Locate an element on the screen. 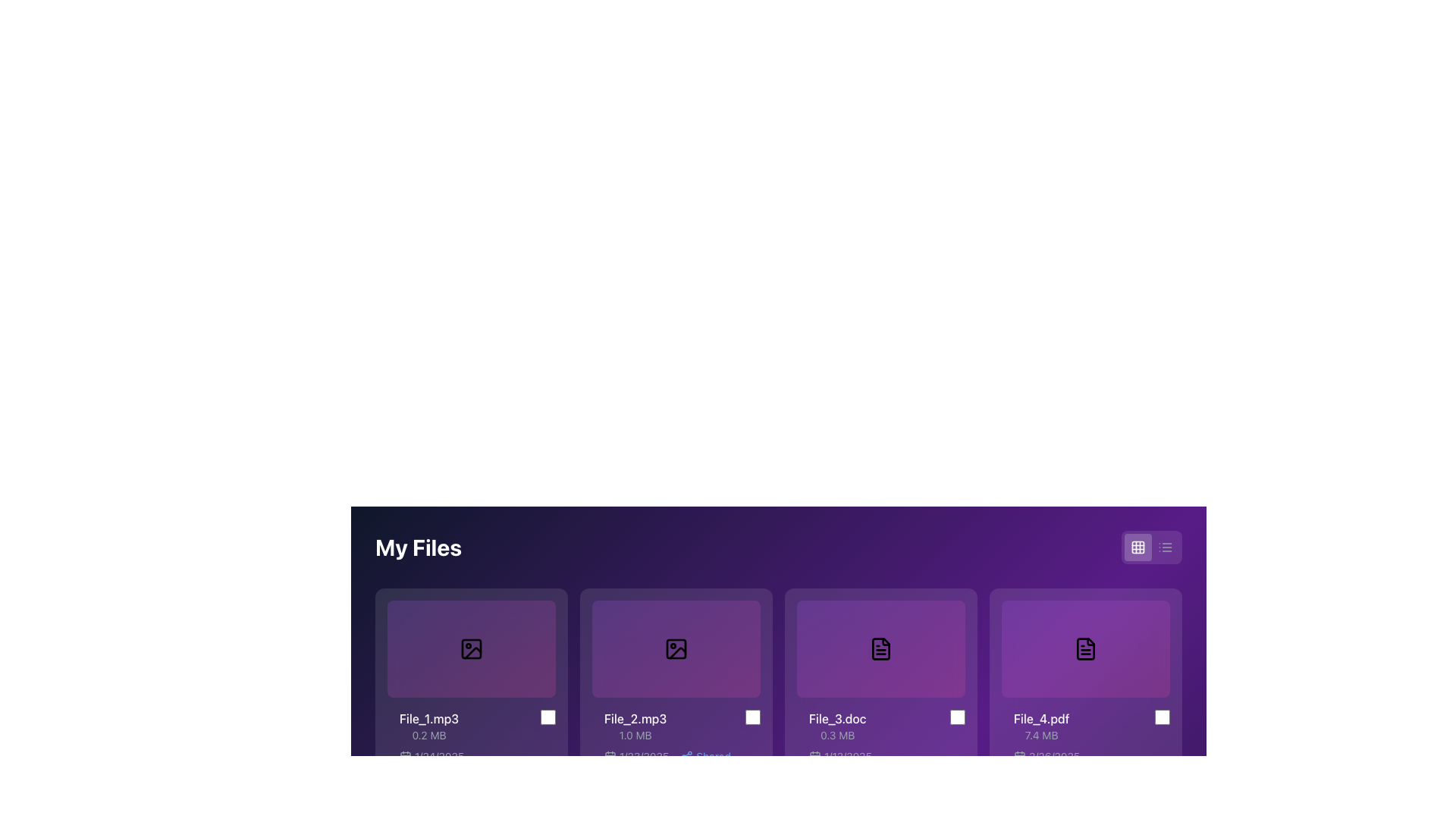 Image resolution: width=1456 pixels, height=819 pixels. the File preview placeholder, which is a rounded rectangular box with a gradient background and a picture frame icon is located at coordinates (676, 648).